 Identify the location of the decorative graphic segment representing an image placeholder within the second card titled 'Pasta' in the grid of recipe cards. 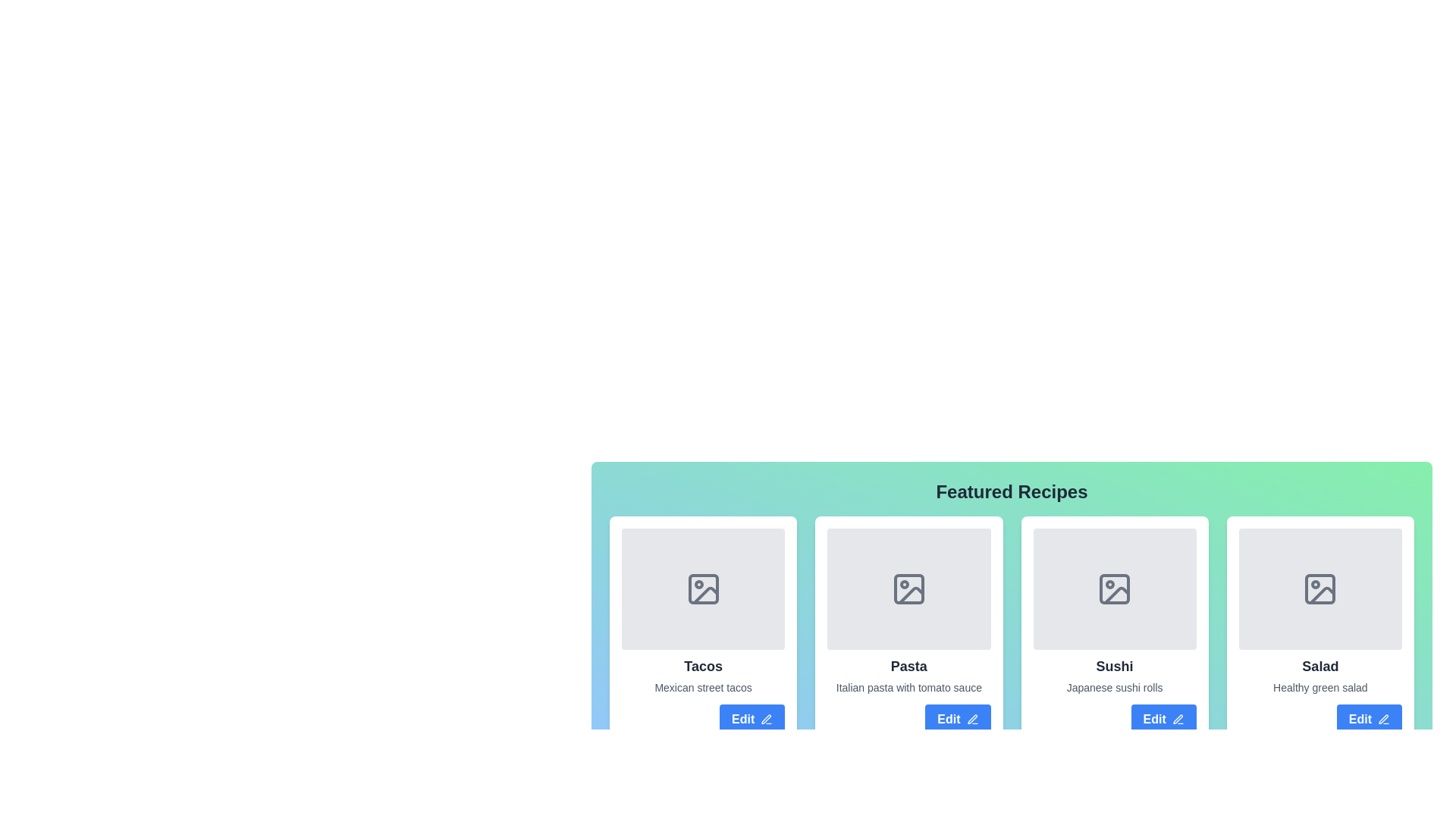
(910, 595).